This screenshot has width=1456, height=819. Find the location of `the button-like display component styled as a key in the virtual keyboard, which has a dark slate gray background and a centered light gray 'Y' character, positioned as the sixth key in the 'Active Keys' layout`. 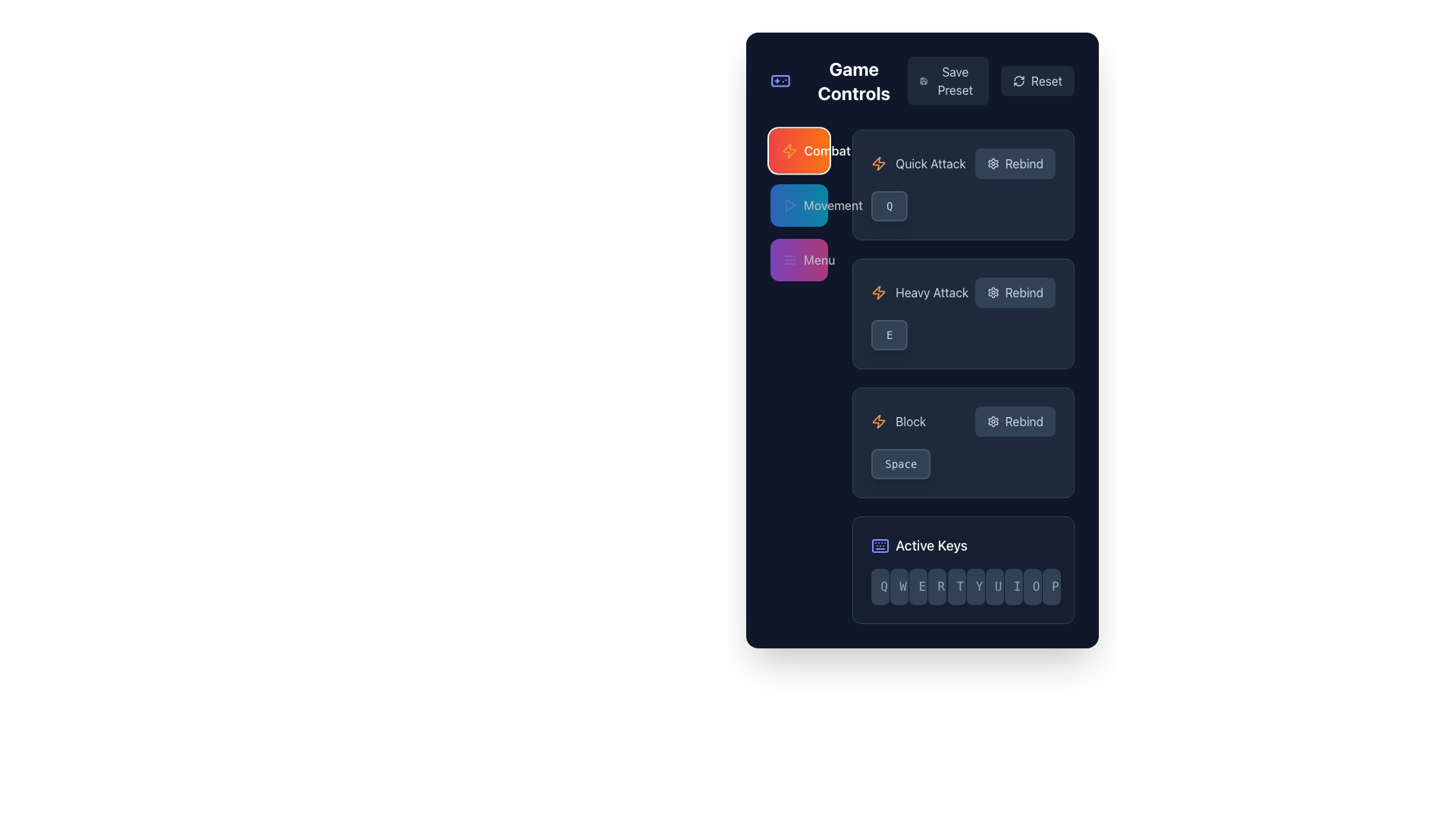

the button-like display component styled as a key in the virtual keyboard, which has a dark slate gray background and a centered light gray 'Y' character, positioned as the sixth key in the 'Active Keys' layout is located at coordinates (975, 586).